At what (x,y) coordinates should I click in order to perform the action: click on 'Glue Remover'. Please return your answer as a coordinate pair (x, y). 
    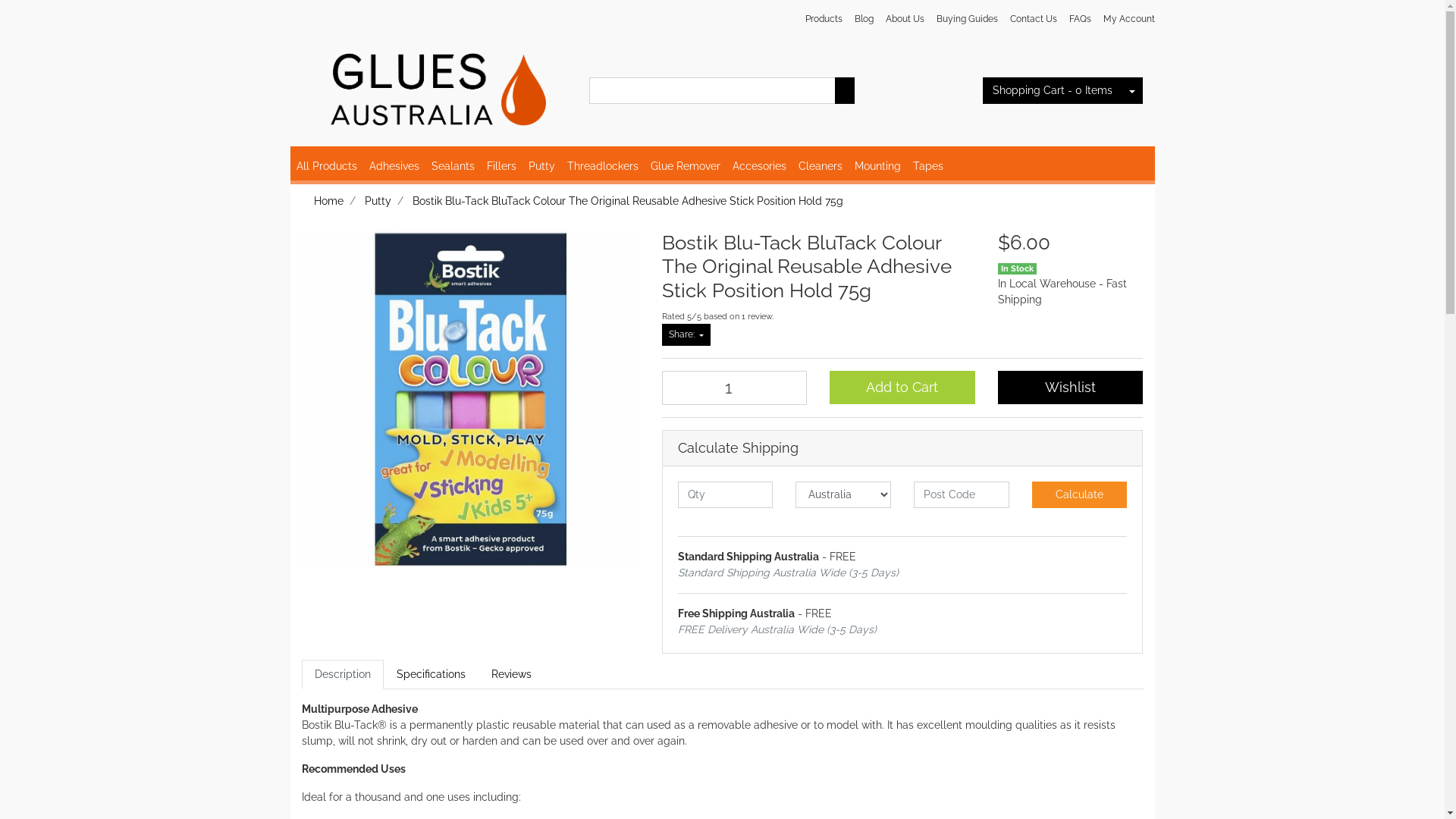
    Looking at the image, I should click on (684, 166).